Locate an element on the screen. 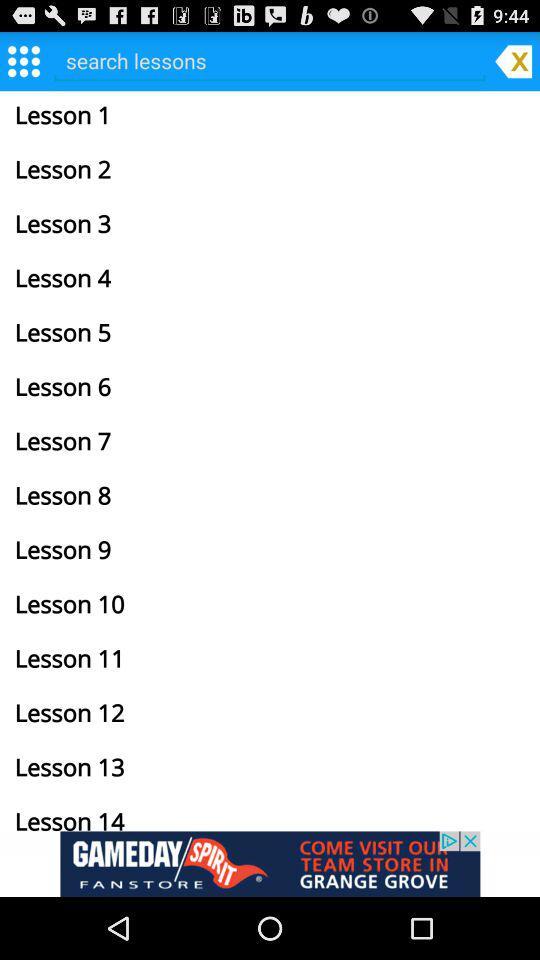 The image size is (540, 960). close is located at coordinates (513, 59).